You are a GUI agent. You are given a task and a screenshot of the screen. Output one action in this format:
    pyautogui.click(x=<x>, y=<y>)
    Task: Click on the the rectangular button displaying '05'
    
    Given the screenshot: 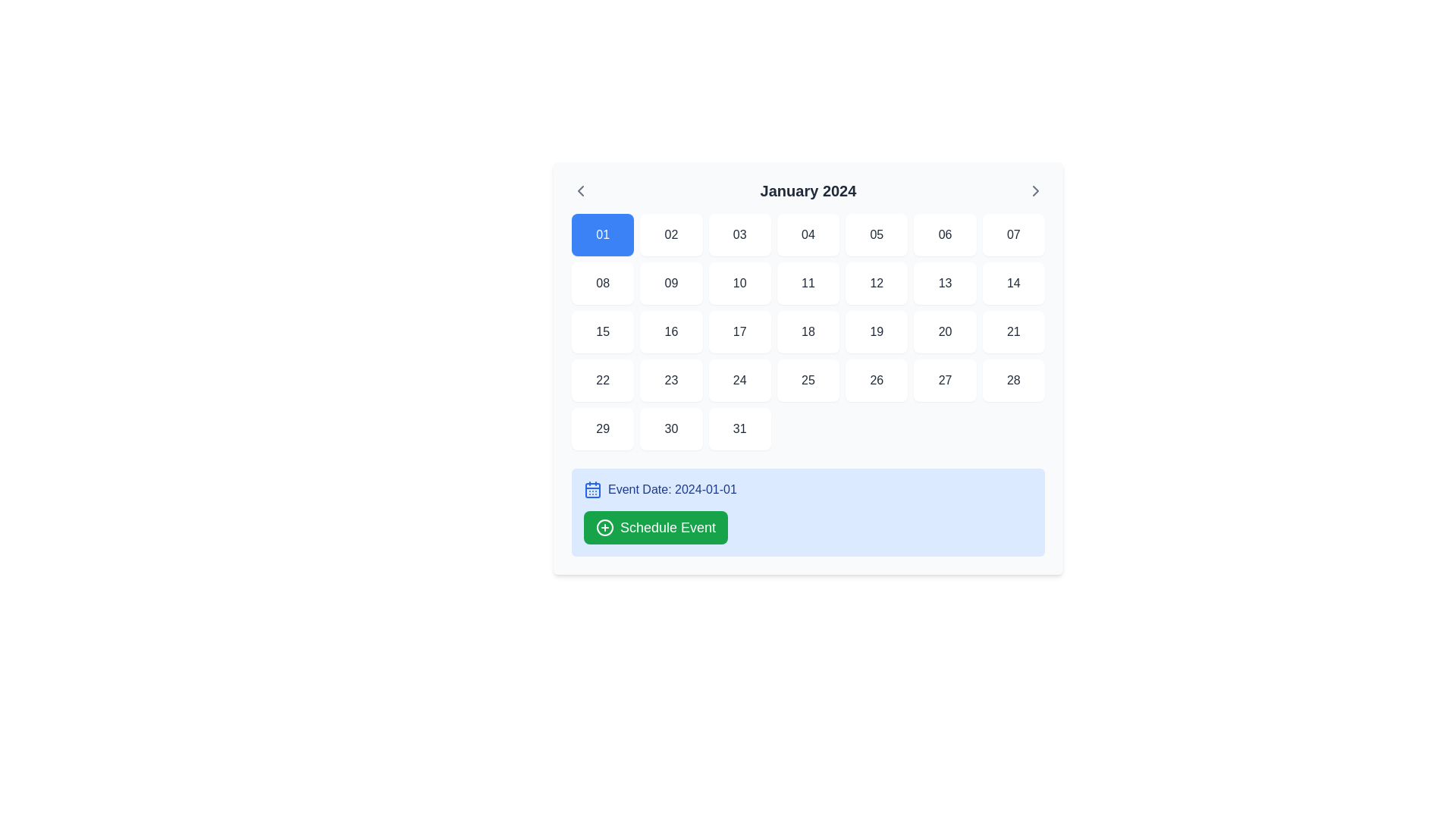 What is the action you would take?
    pyautogui.click(x=877, y=234)
    